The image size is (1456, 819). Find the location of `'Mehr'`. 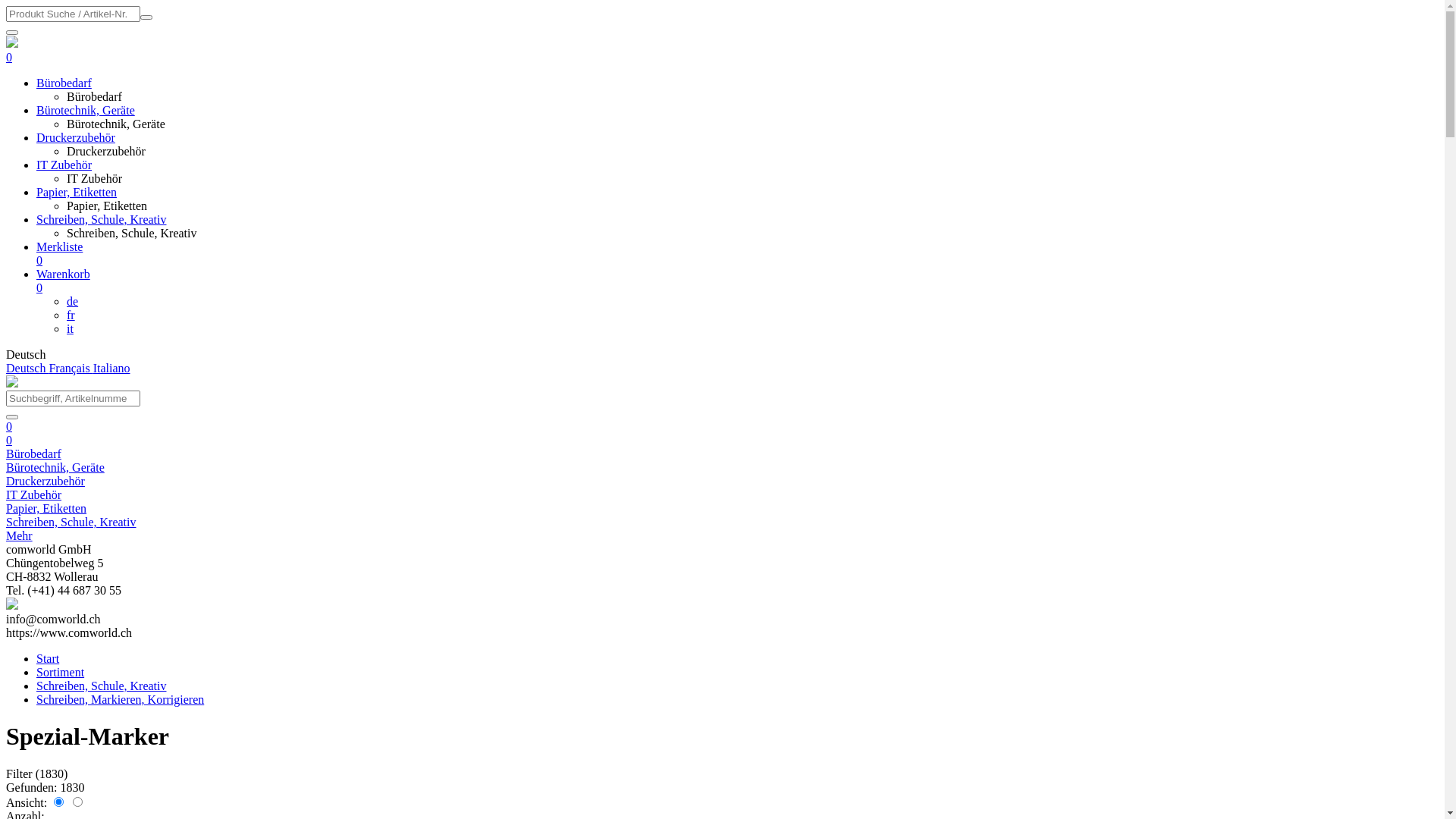

'Mehr' is located at coordinates (19, 535).